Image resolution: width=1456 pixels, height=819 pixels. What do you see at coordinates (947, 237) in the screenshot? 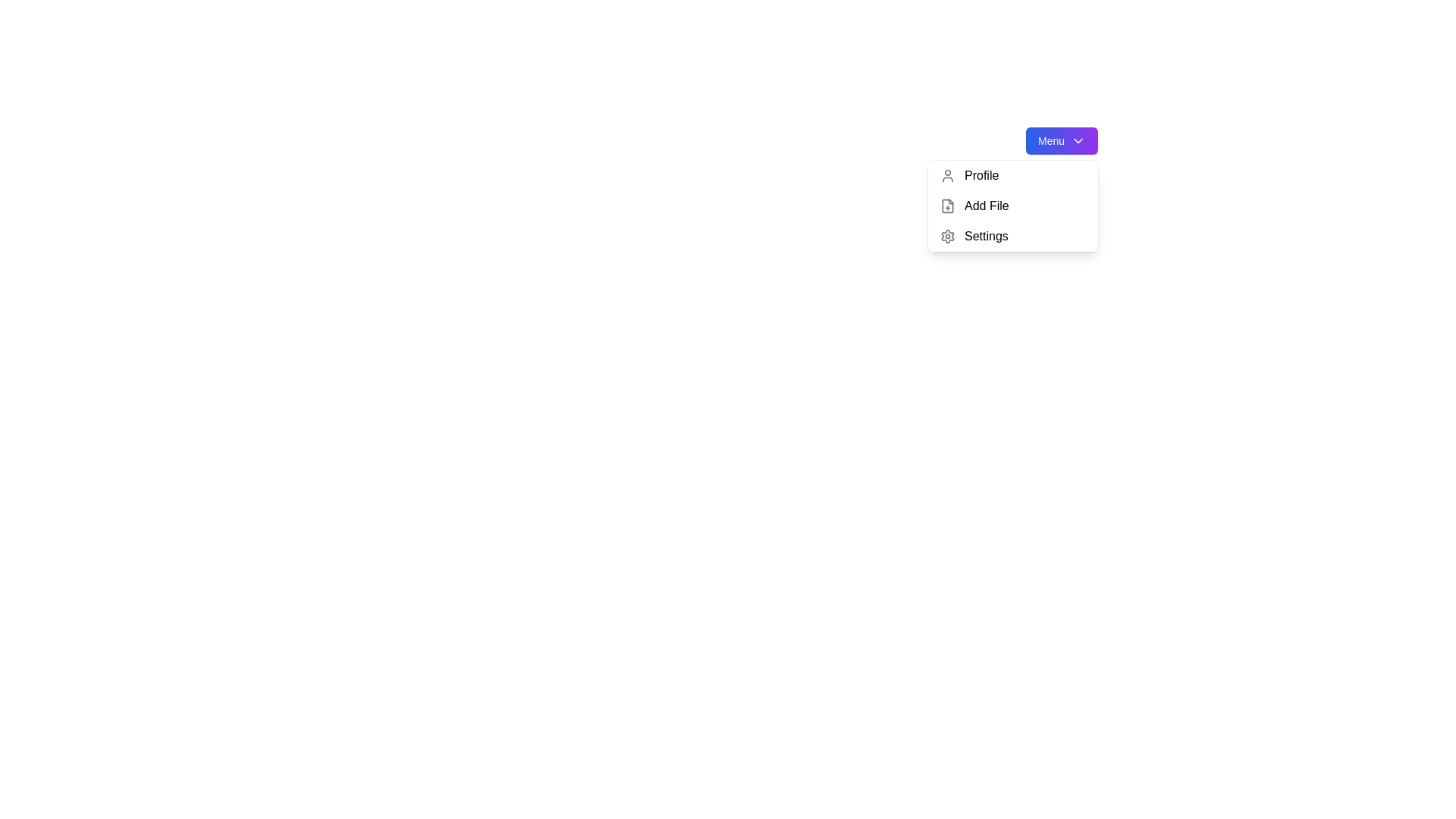
I see `the 'Settings' icon in the dropdown menu, which is the leftmost icon graphic in the third option titled 'Settings'` at bounding box center [947, 237].